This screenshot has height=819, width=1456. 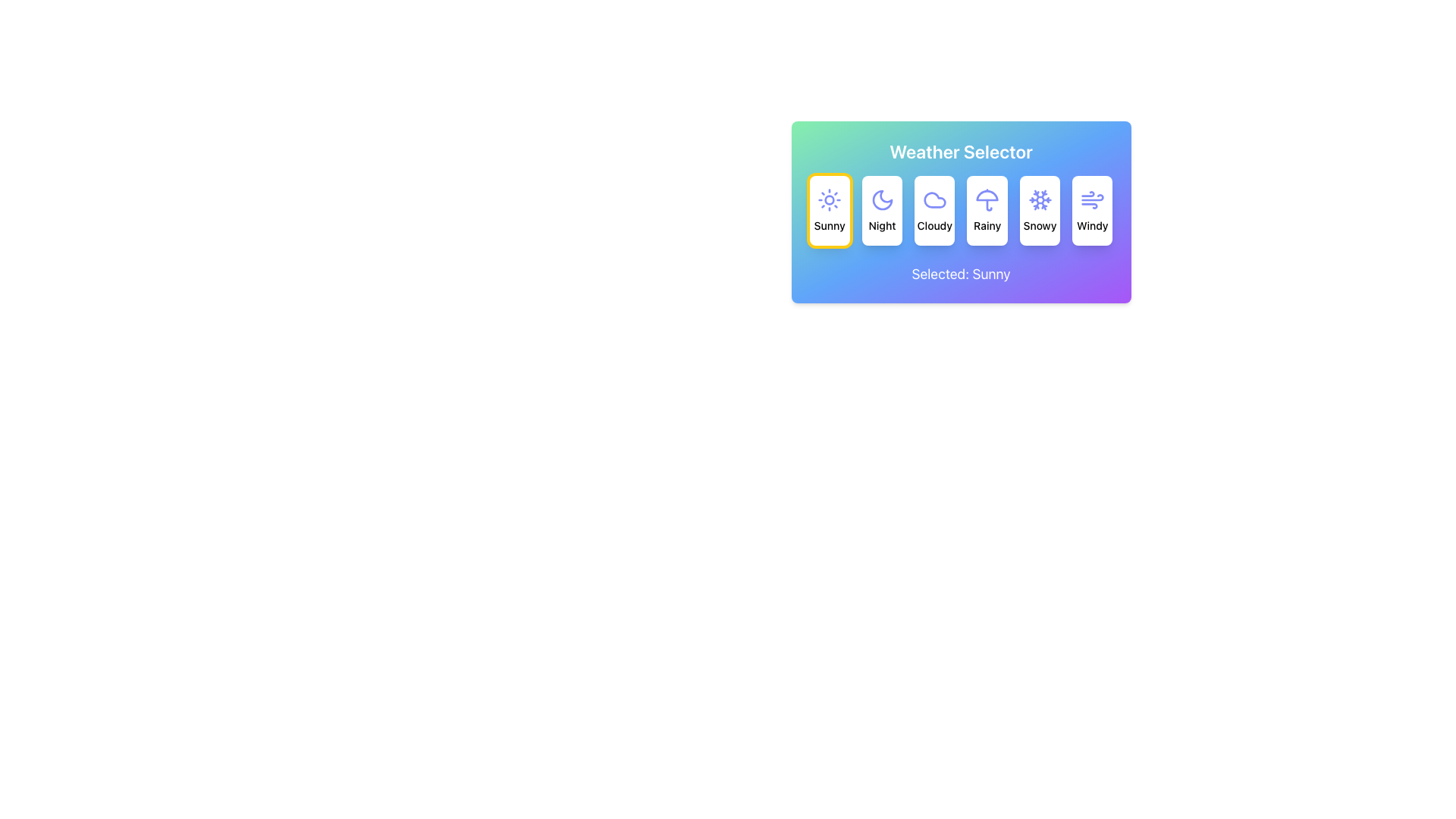 I want to click on the 'Snowy' weather condition button, which is the fifth item in the weather options grid menu, so click(x=1039, y=210).